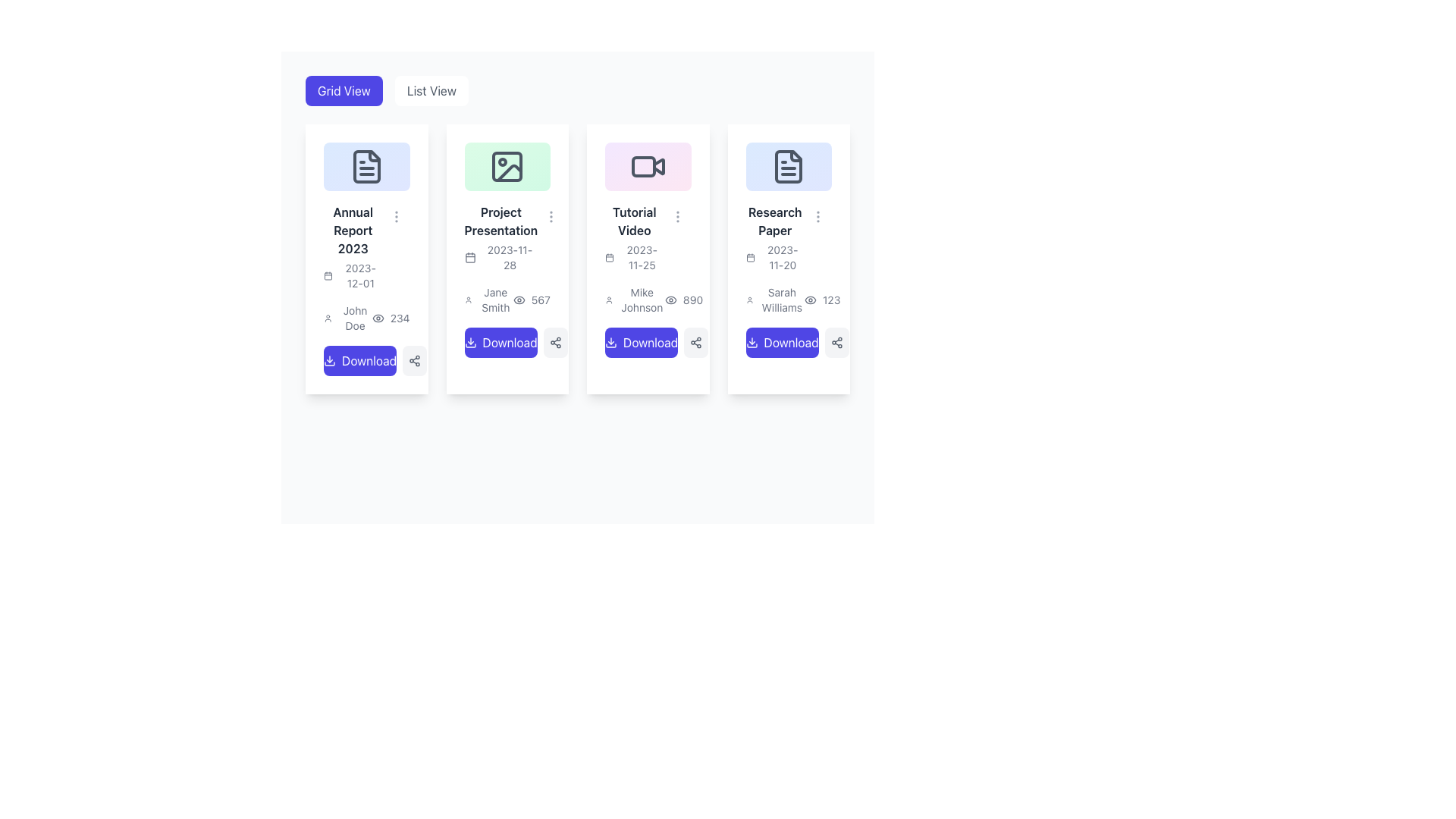 Image resolution: width=1456 pixels, height=819 pixels. What do you see at coordinates (635, 300) in the screenshot?
I see `the text label 'Mike Johnson' located in the lower portion of the third card from the left, above the 'Download' button and beside the eye icon` at bounding box center [635, 300].